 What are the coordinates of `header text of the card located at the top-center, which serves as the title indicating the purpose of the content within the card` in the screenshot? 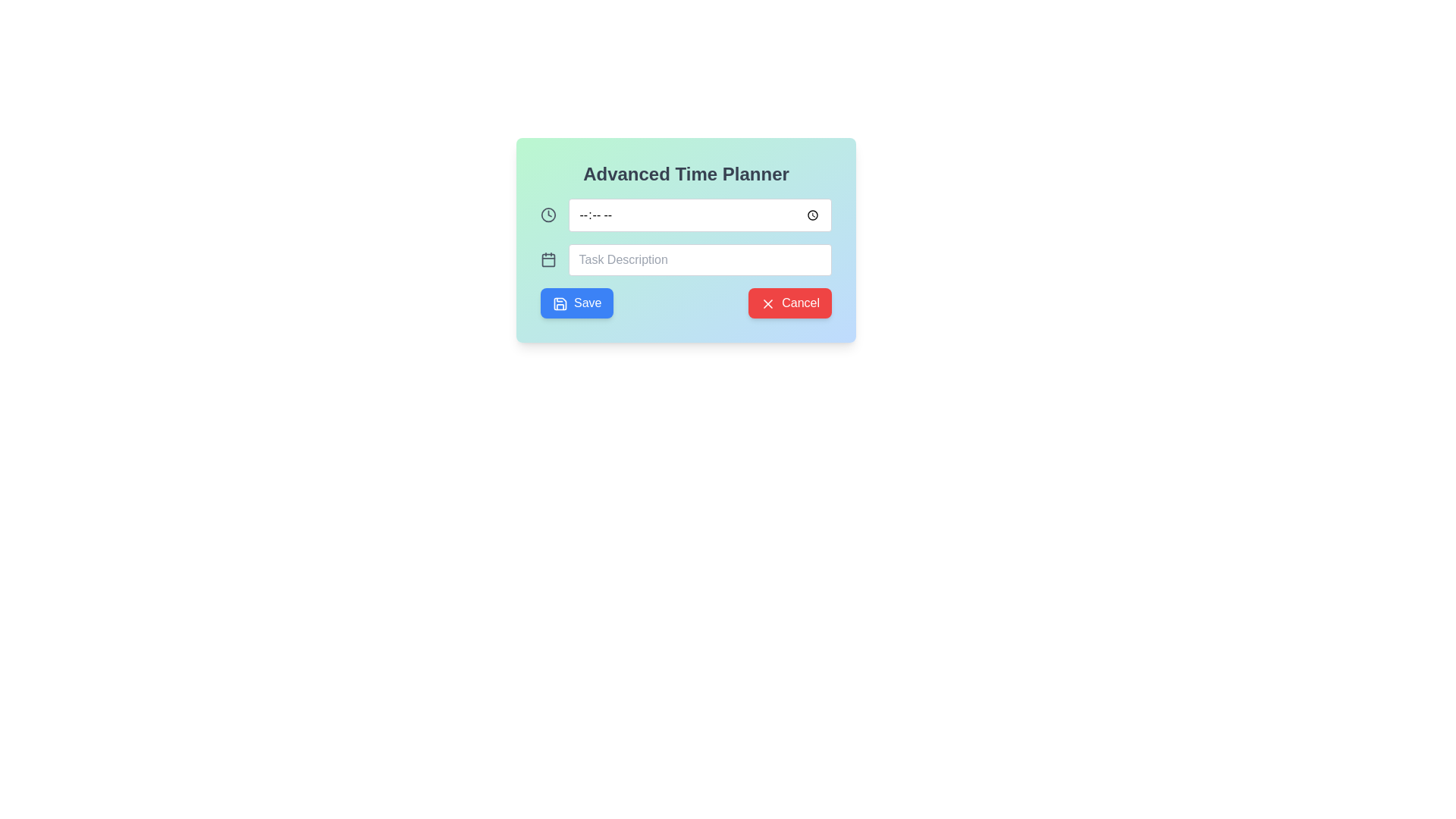 It's located at (686, 174).